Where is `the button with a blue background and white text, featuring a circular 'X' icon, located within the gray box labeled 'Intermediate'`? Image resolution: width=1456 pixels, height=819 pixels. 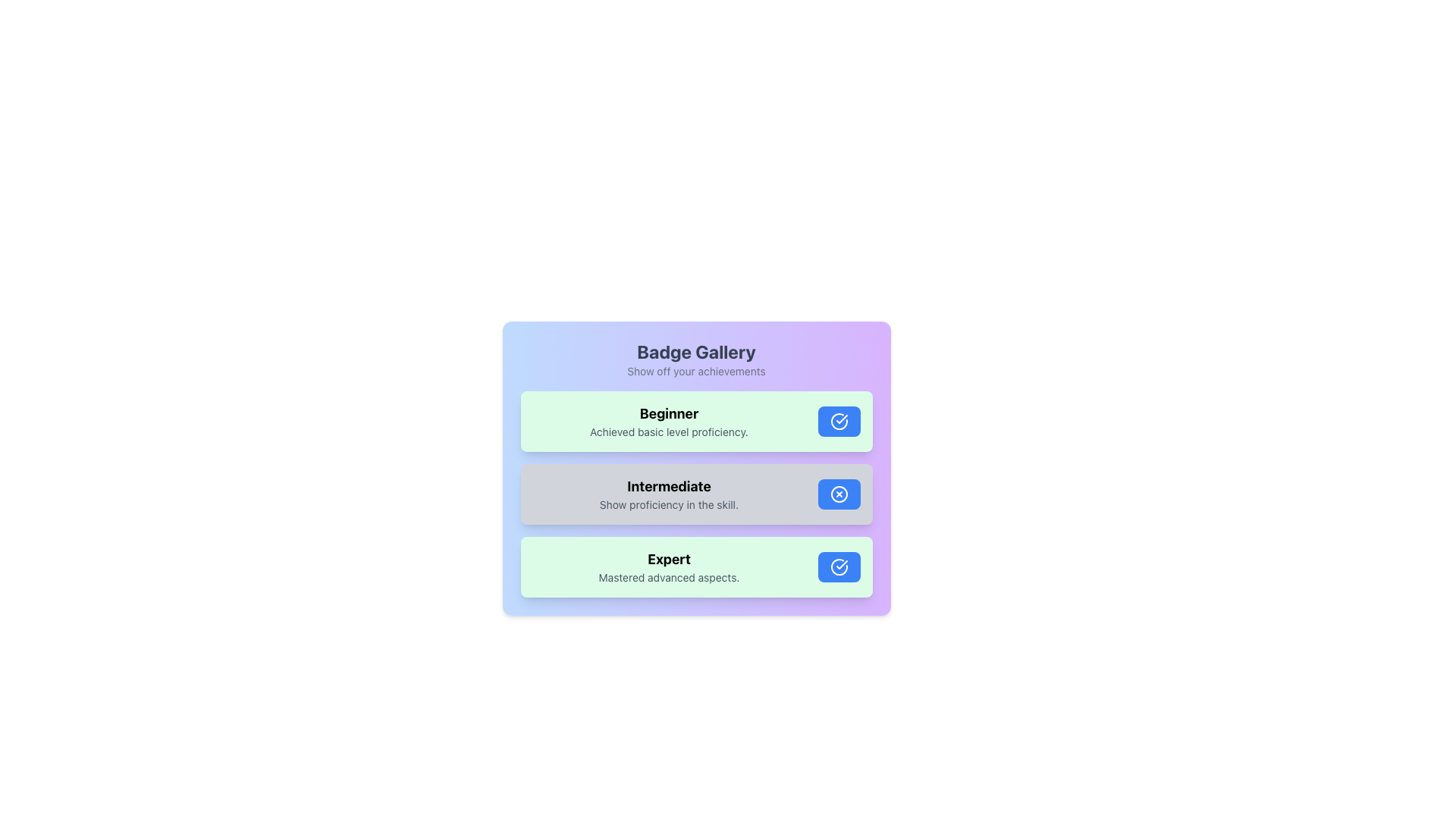
the button with a blue background and white text, featuring a circular 'X' icon, located within the gray box labeled 'Intermediate' is located at coordinates (838, 494).